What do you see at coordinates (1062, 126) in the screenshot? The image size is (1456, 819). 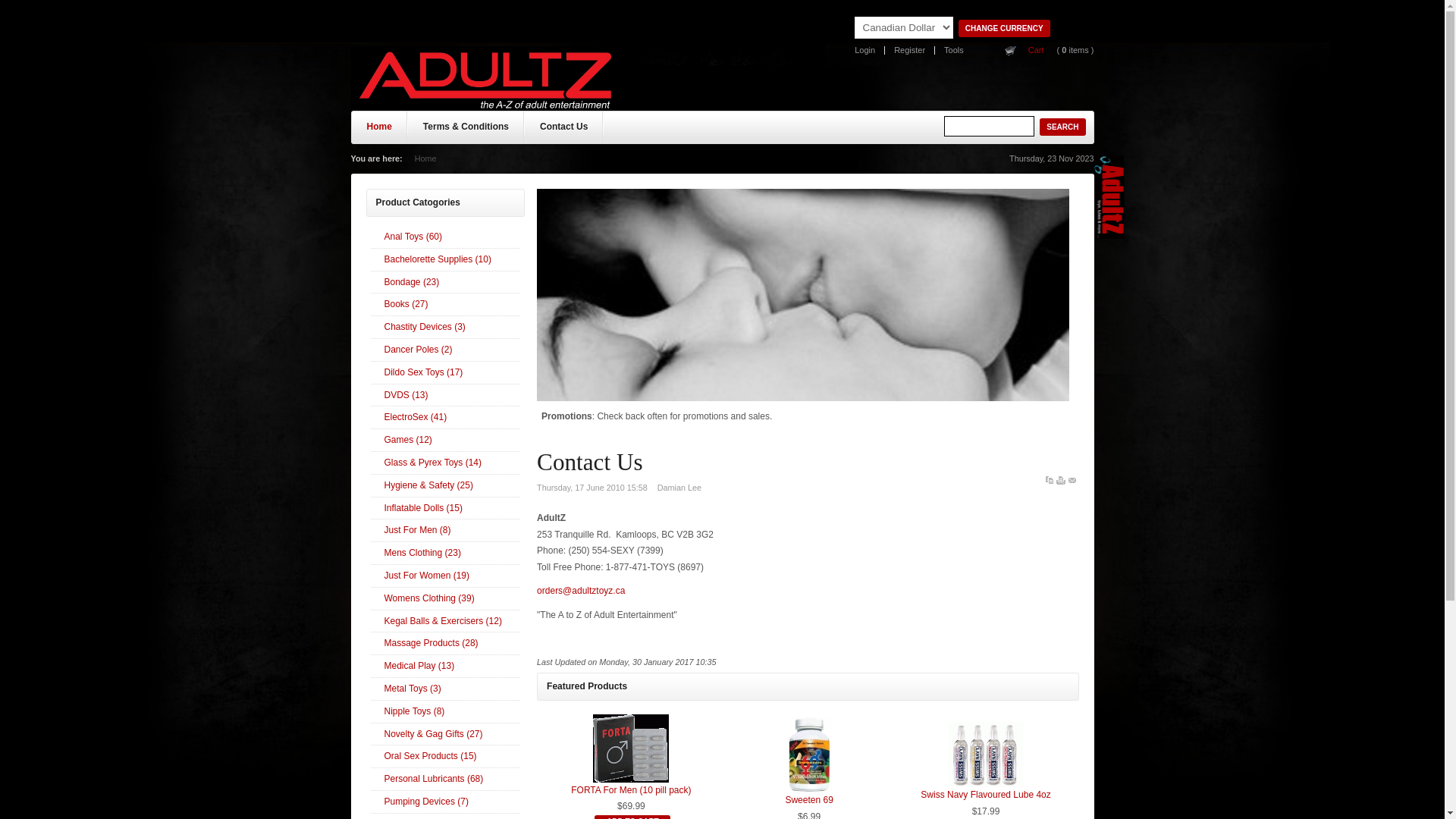 I see `'Search'` at bounding box center [1062, 126].